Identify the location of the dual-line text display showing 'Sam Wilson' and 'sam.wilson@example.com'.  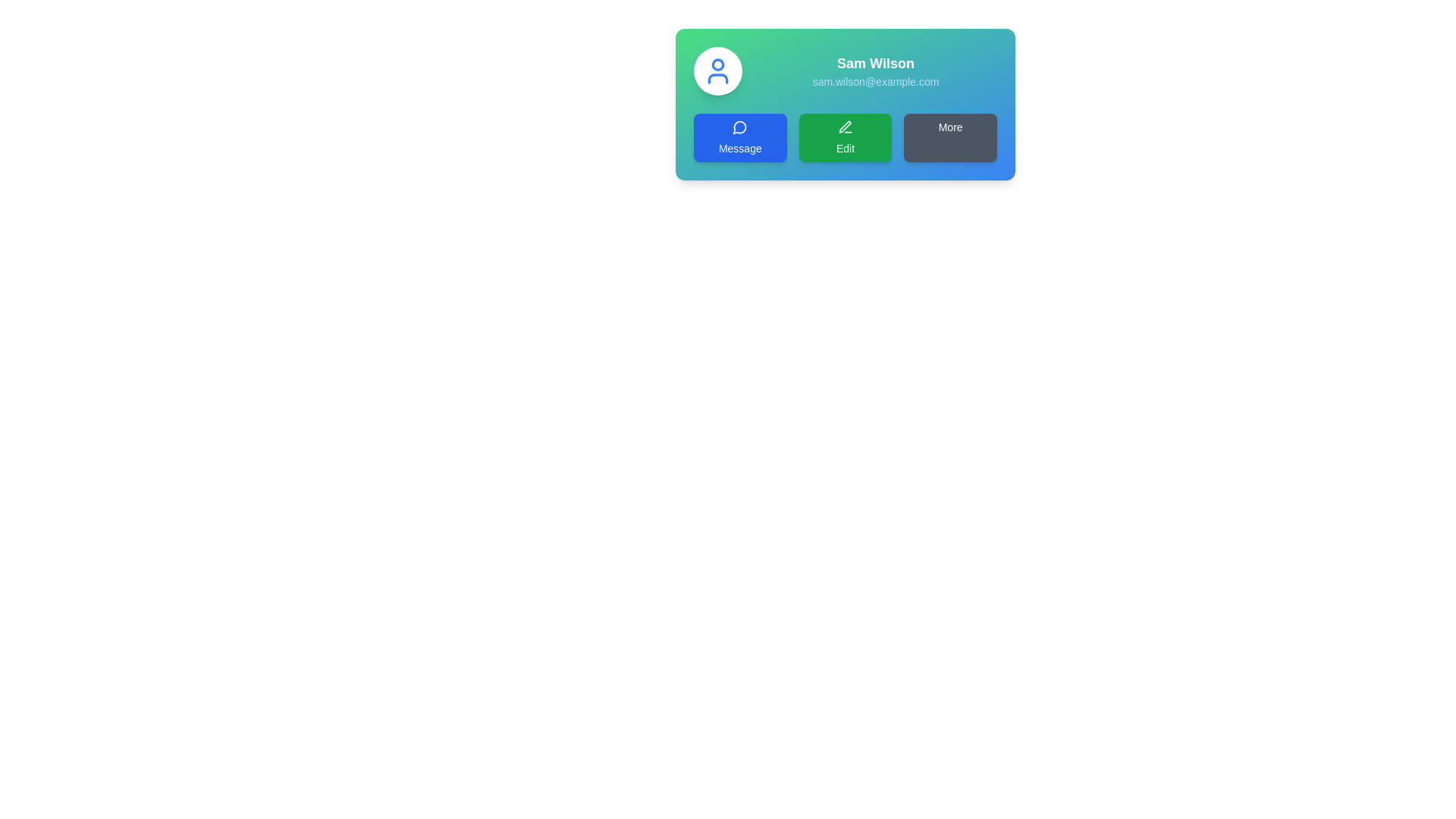
(844, 71).